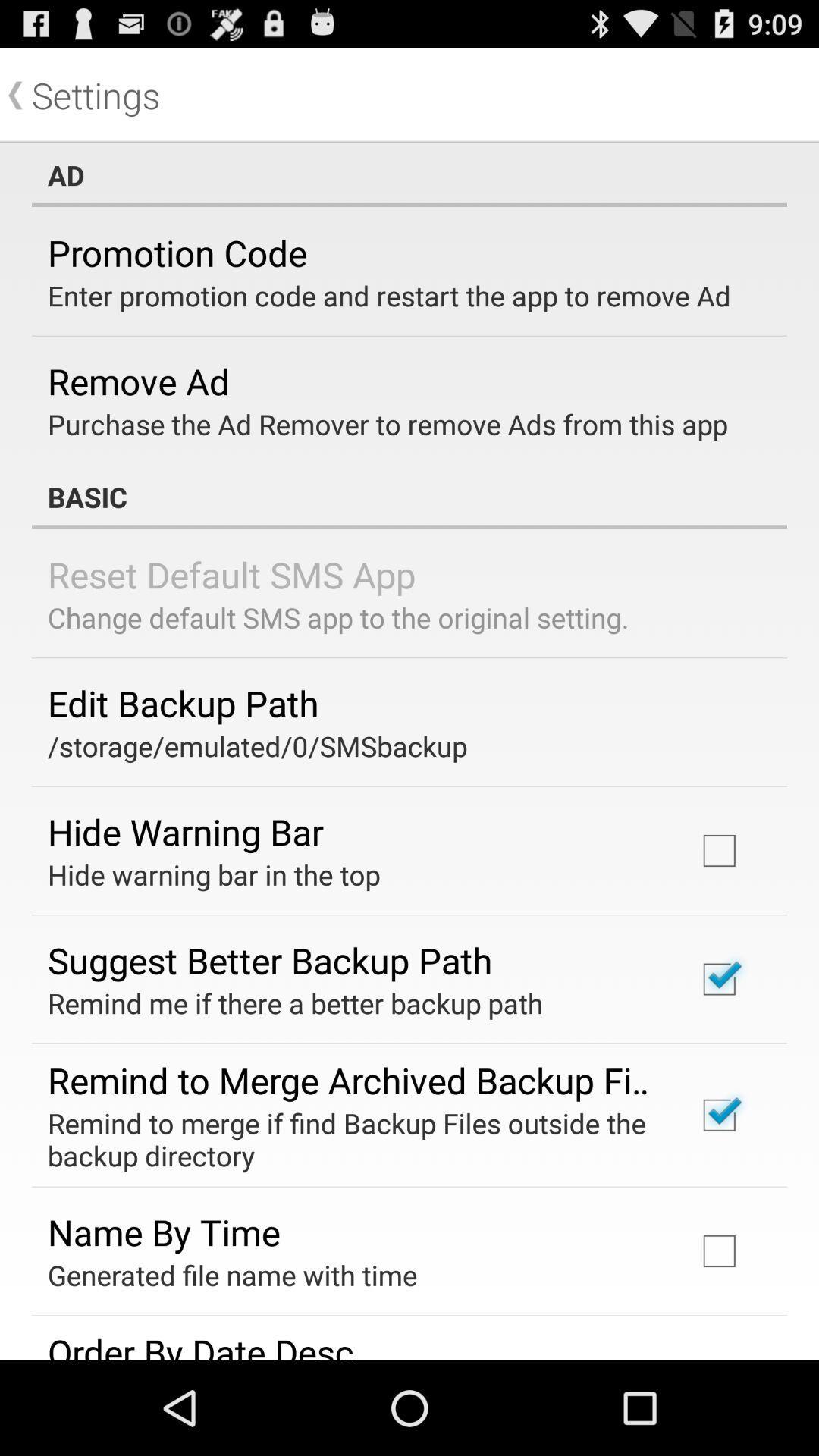 The image size is (819, 1456). I want to click on the check box that is to the right of hide warning bar, so click(718, 851).